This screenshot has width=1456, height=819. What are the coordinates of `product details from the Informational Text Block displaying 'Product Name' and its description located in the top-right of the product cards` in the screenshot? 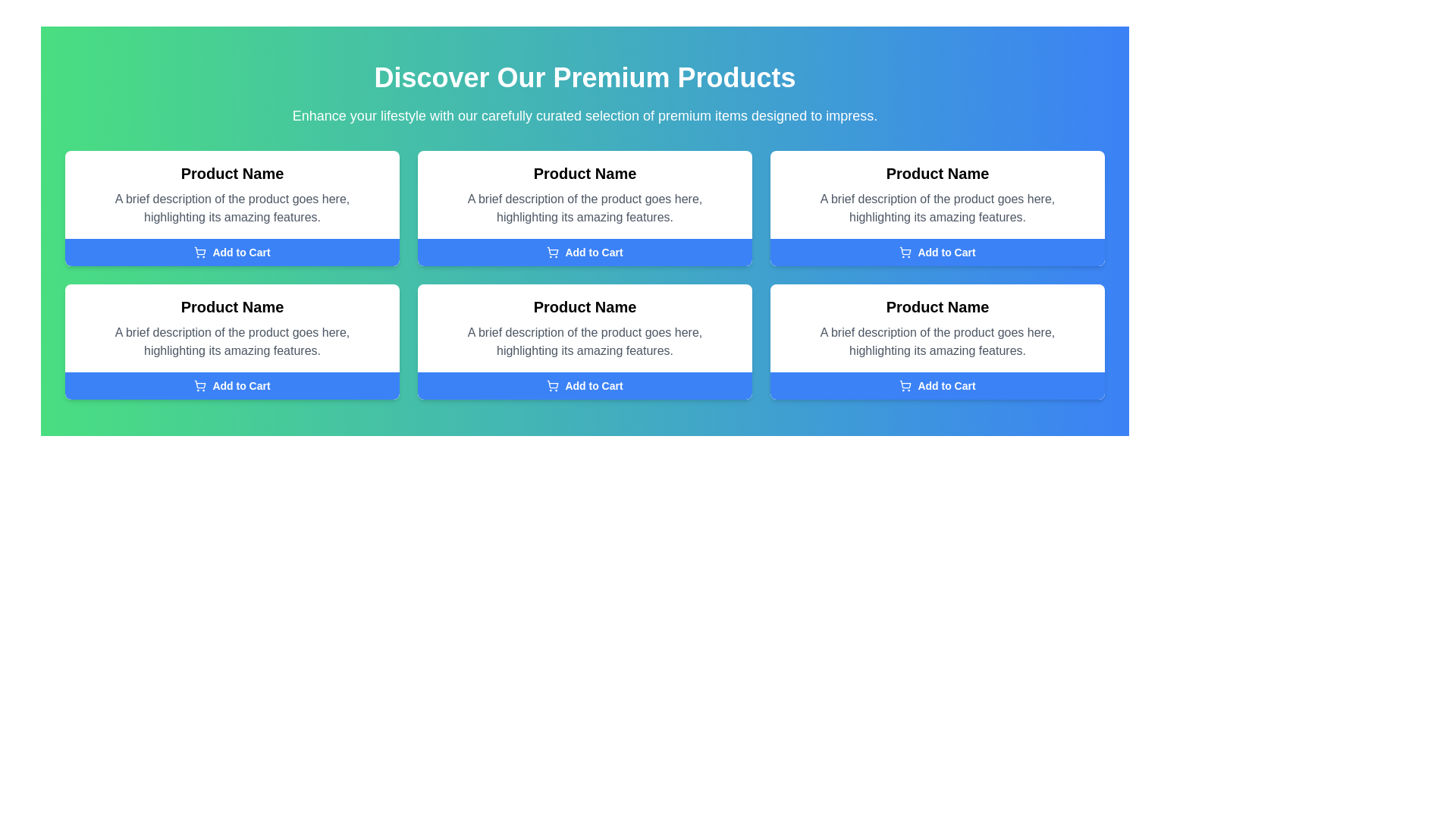 It's located at (937, 194).